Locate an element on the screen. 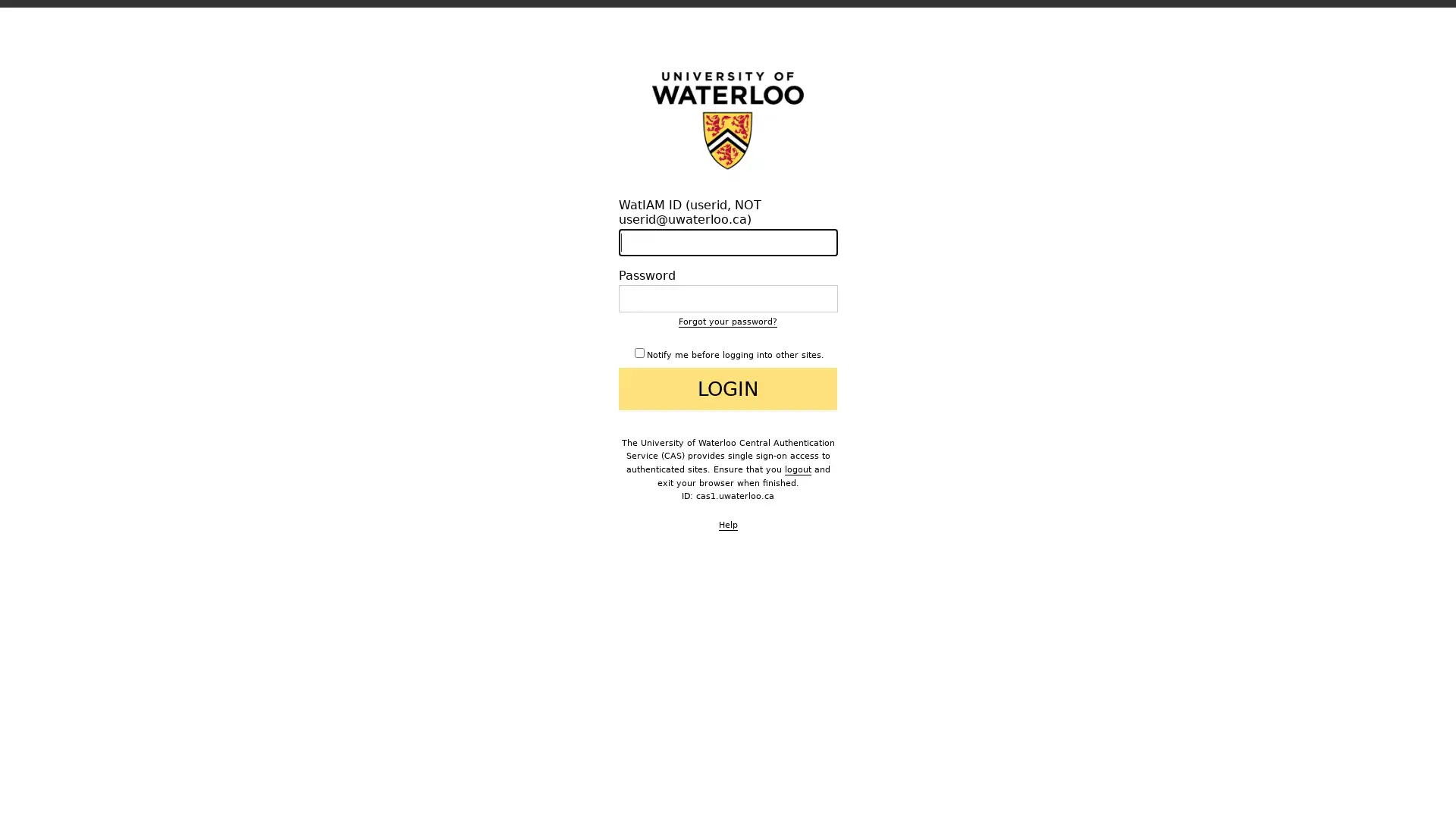  LOGIN is located at coordinates (728, 388).